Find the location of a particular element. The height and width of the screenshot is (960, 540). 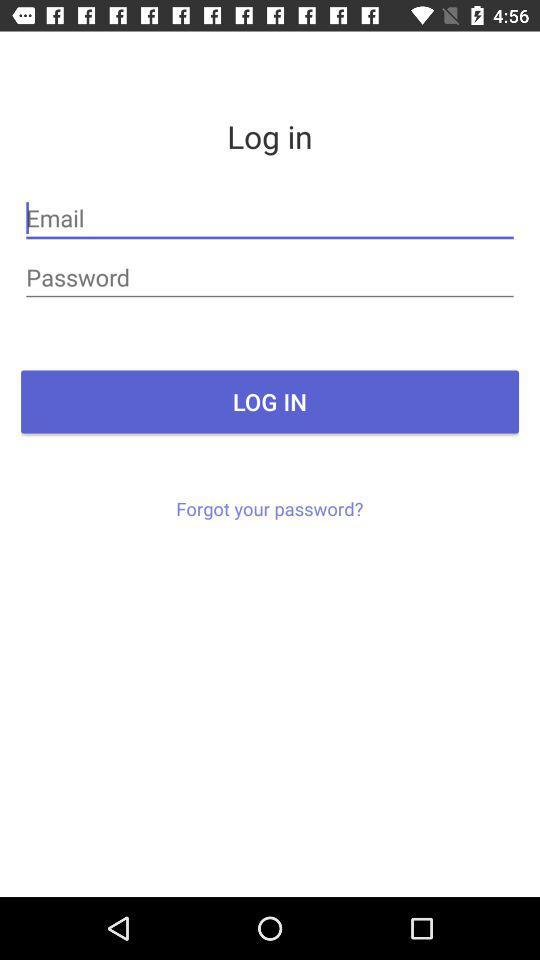

email entry field is located at coordinates (270, 218).